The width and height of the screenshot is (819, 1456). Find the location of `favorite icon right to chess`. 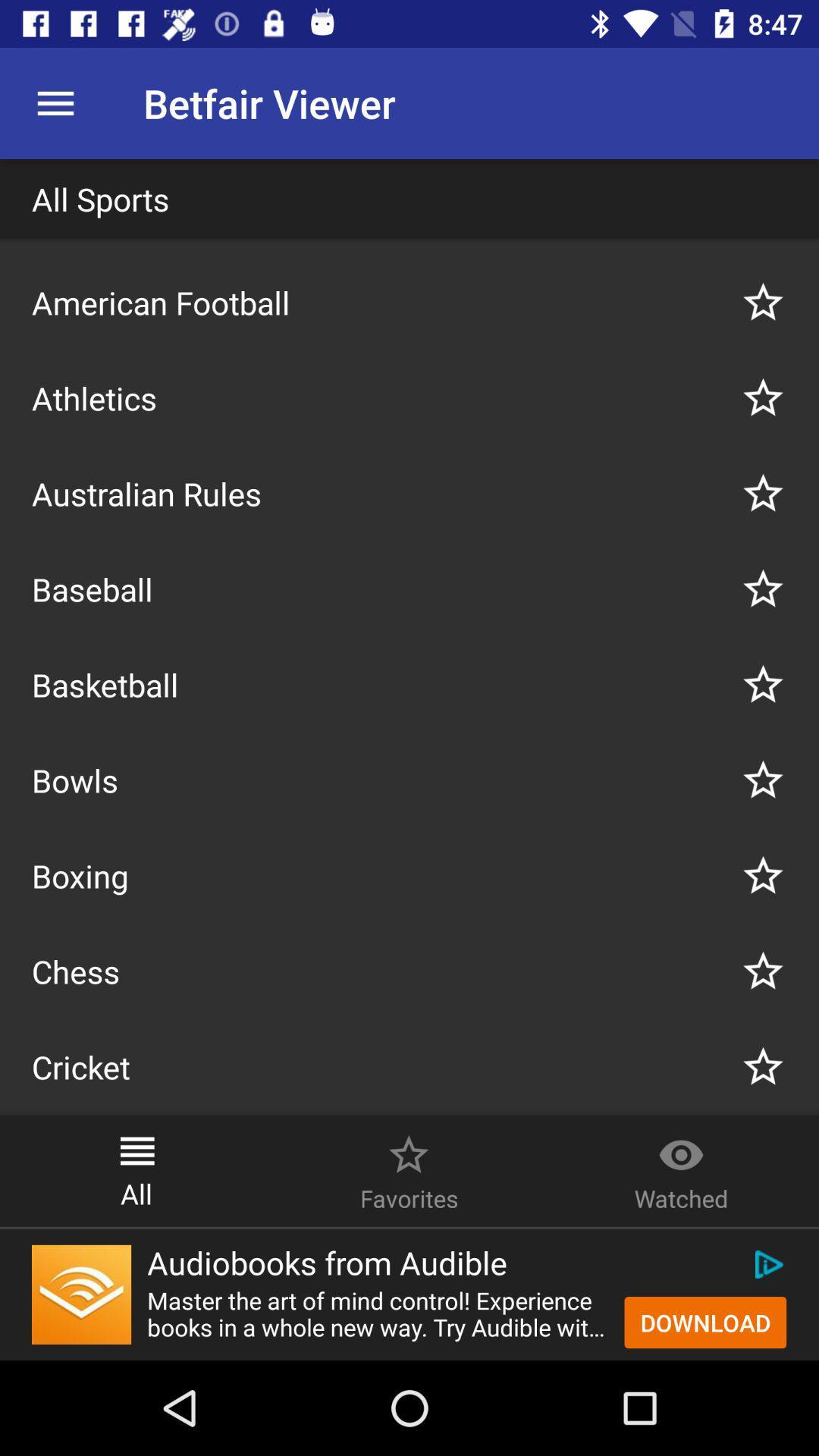

favorite icon right to chess is located at coordinates (763, 971).